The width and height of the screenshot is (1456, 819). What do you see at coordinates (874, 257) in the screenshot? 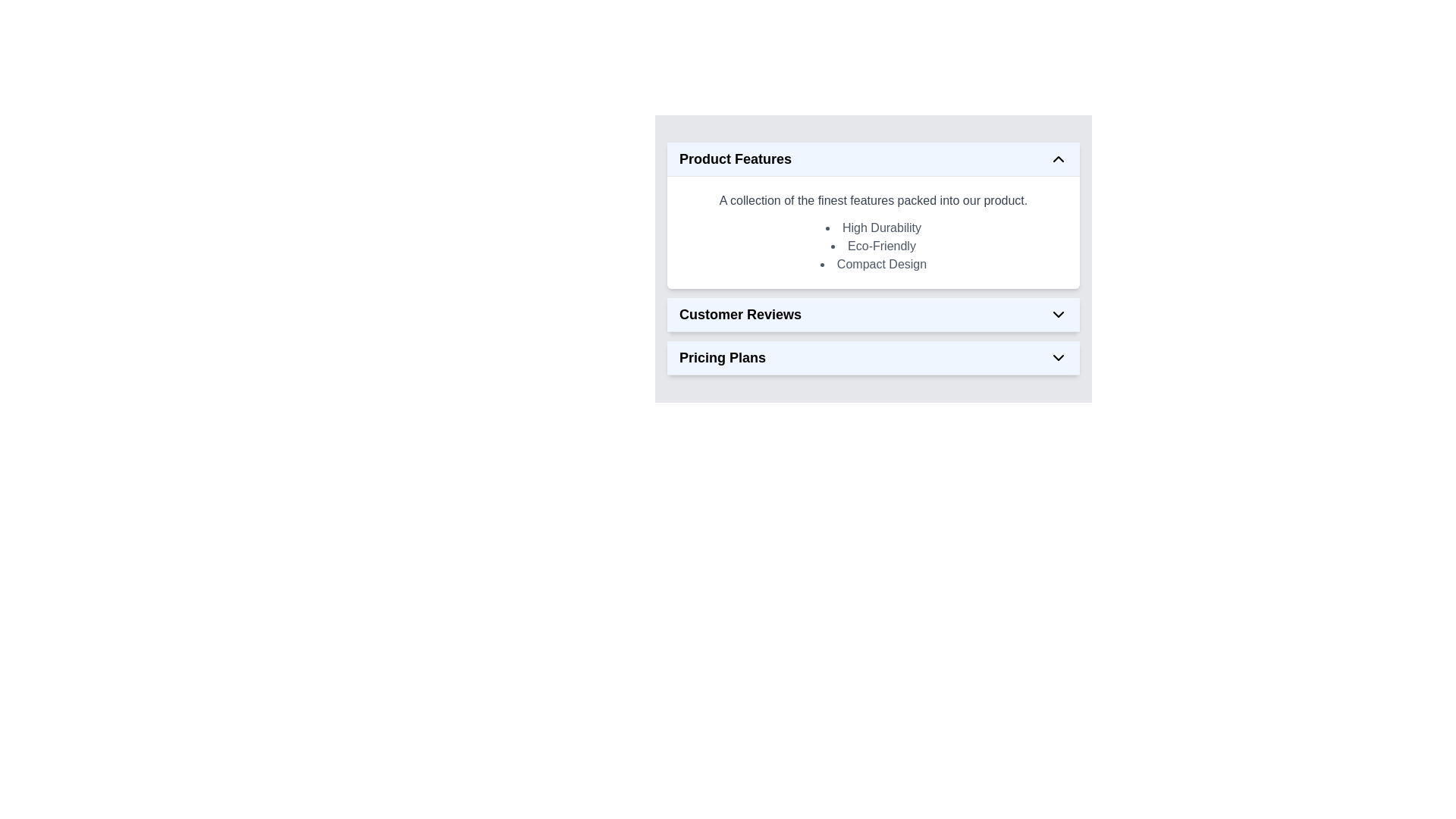
I see `text content in the Information display section located at the top of the list of sections, above 'Customer Reviews' and 'Pricing Plans'` at bounding box center [874, 257].